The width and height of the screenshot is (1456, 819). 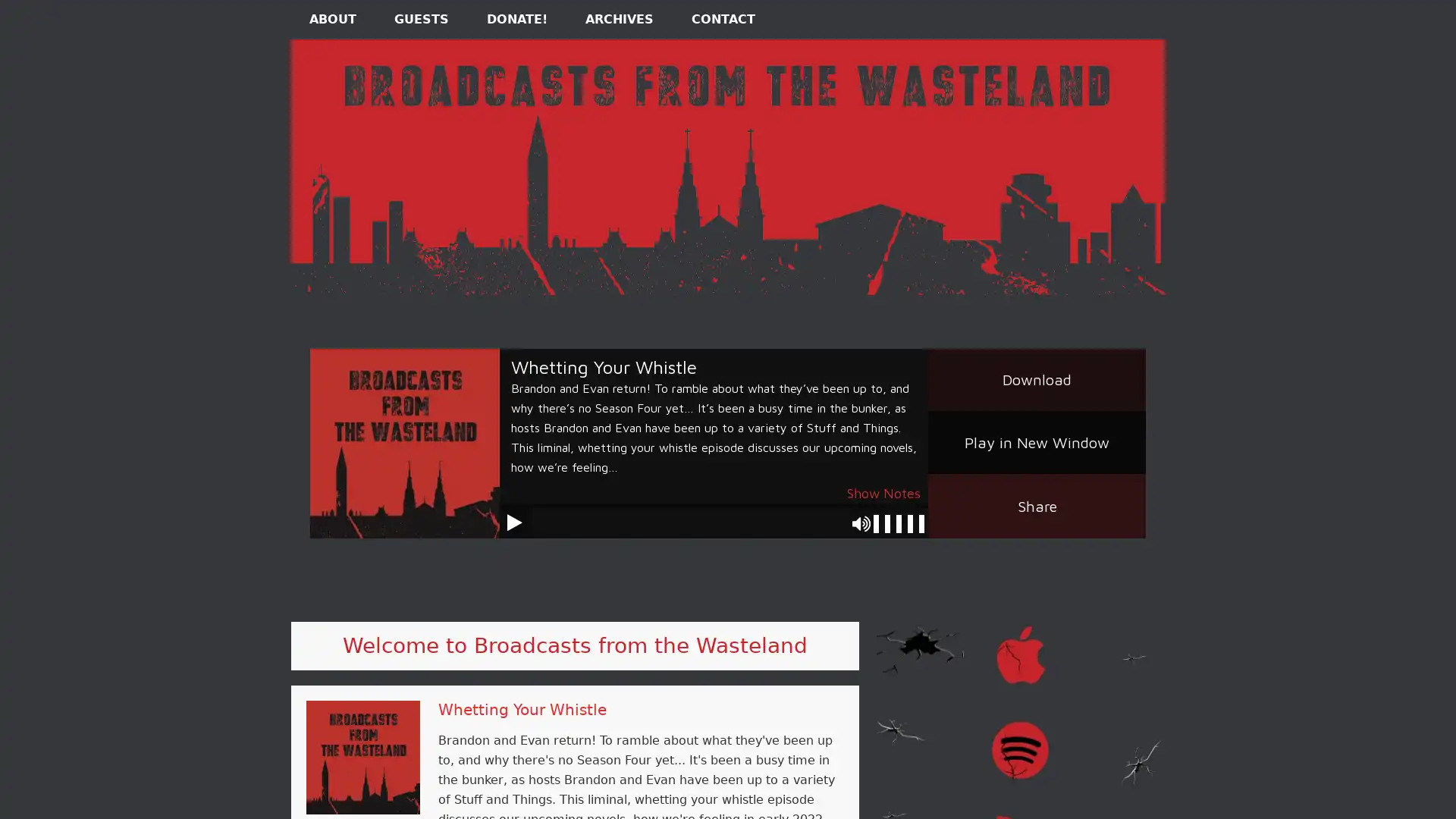 I want to click on Play, so click(x=514, y=522).